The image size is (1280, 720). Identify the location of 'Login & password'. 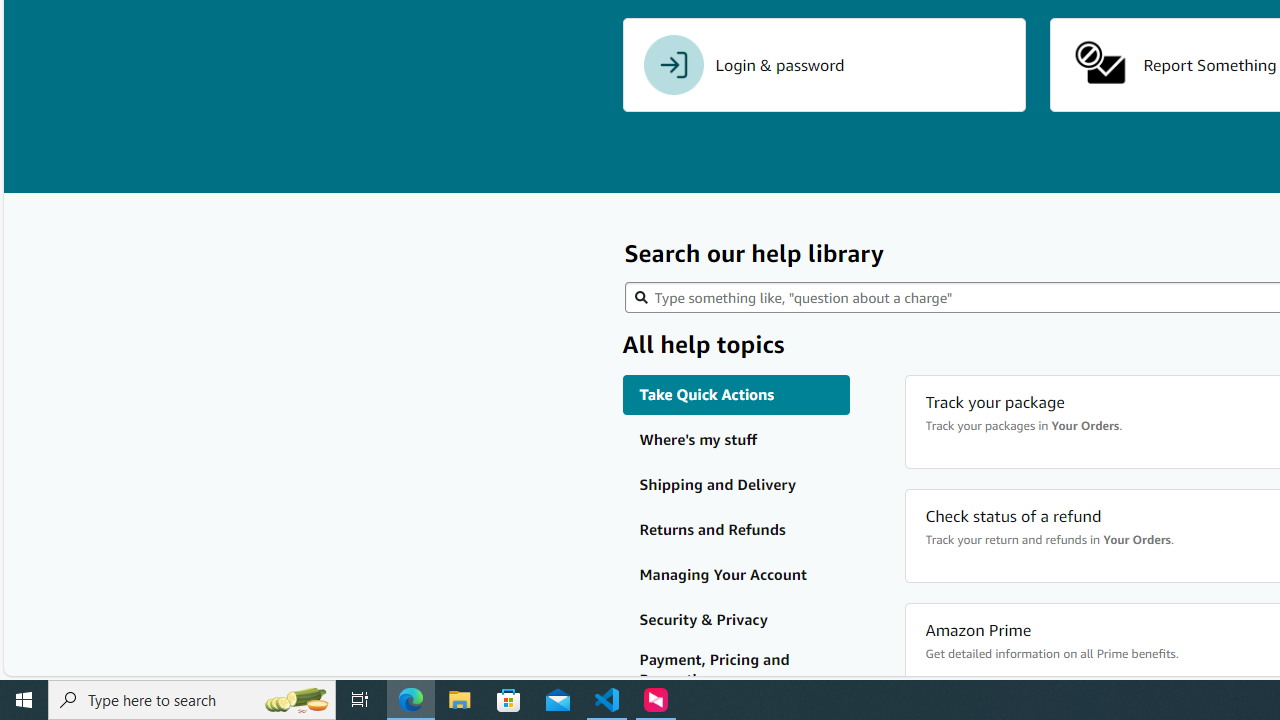
(824, 64).